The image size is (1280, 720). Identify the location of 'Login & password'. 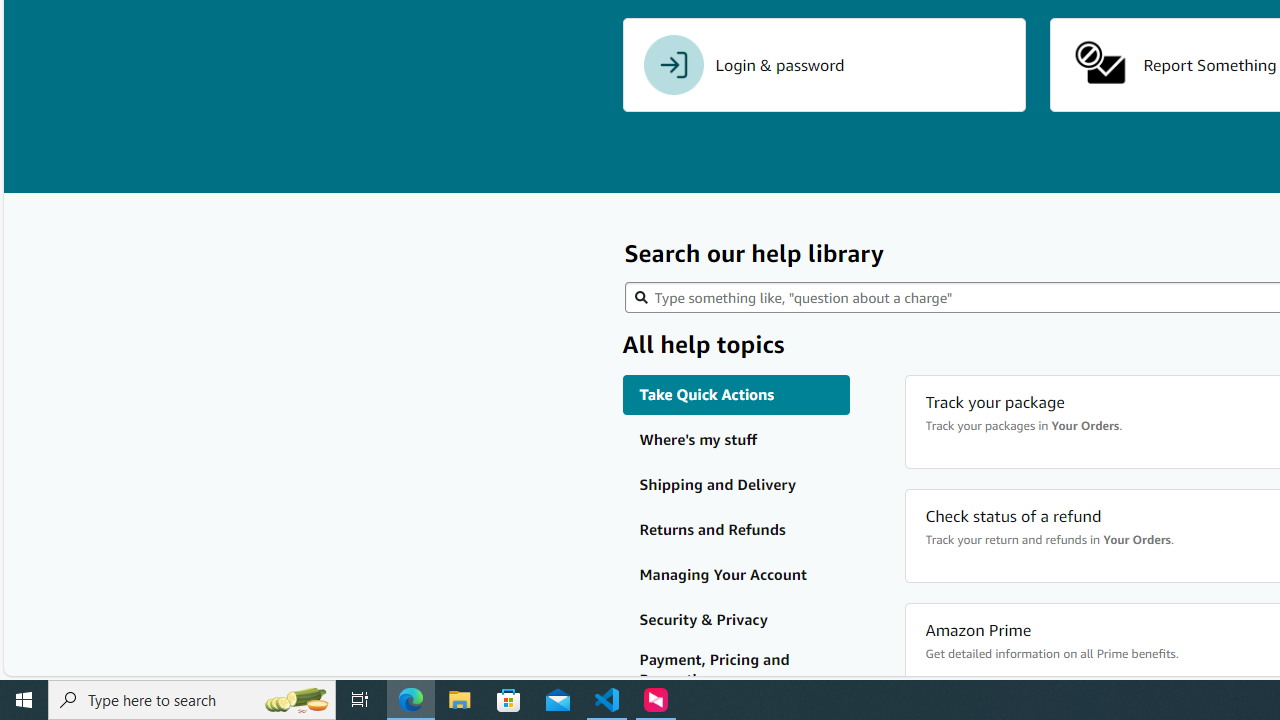
(824, 64).